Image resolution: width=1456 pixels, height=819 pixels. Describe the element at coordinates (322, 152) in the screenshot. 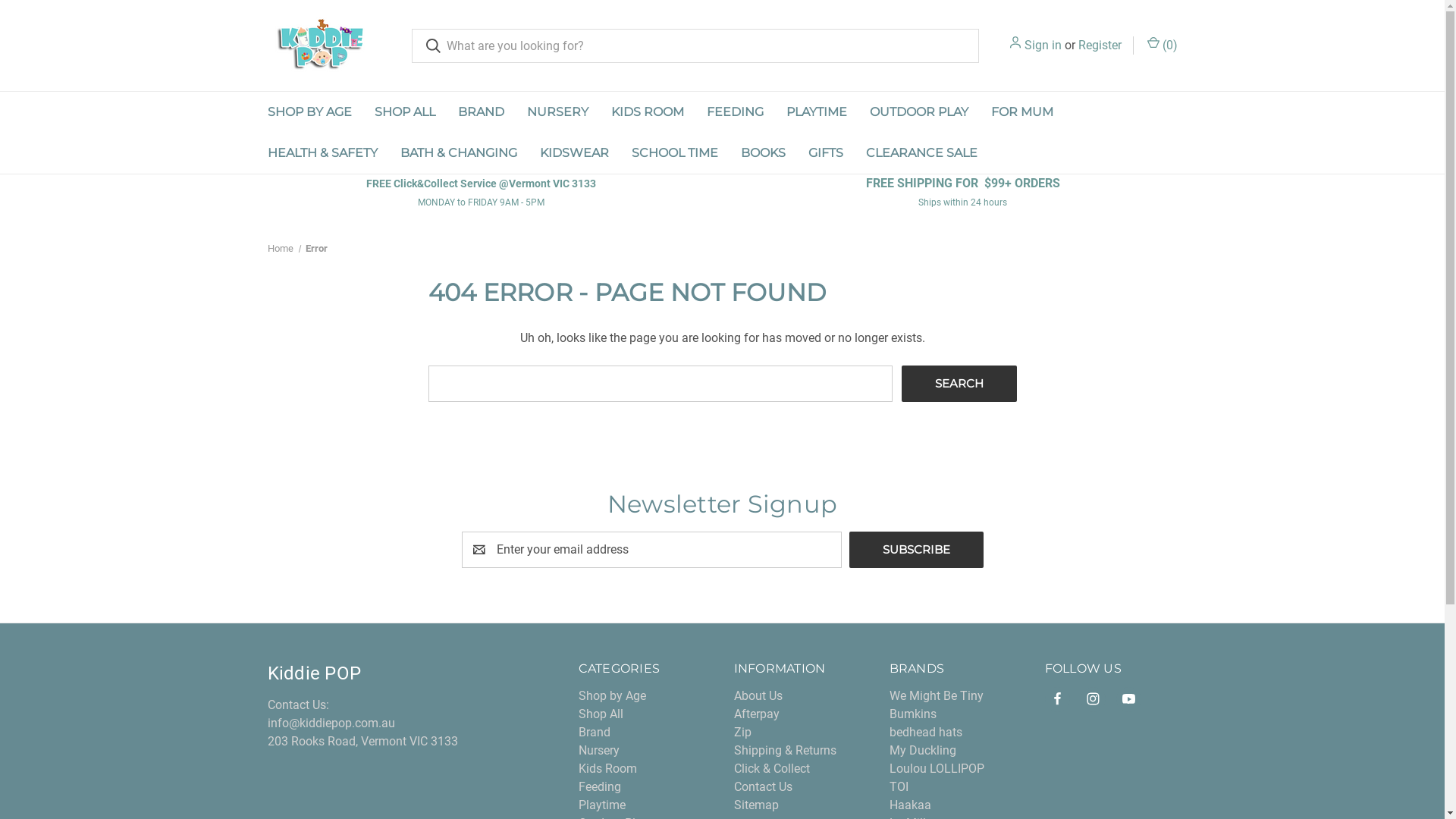

I see `'HEALTH & SAFETY'` at that location.